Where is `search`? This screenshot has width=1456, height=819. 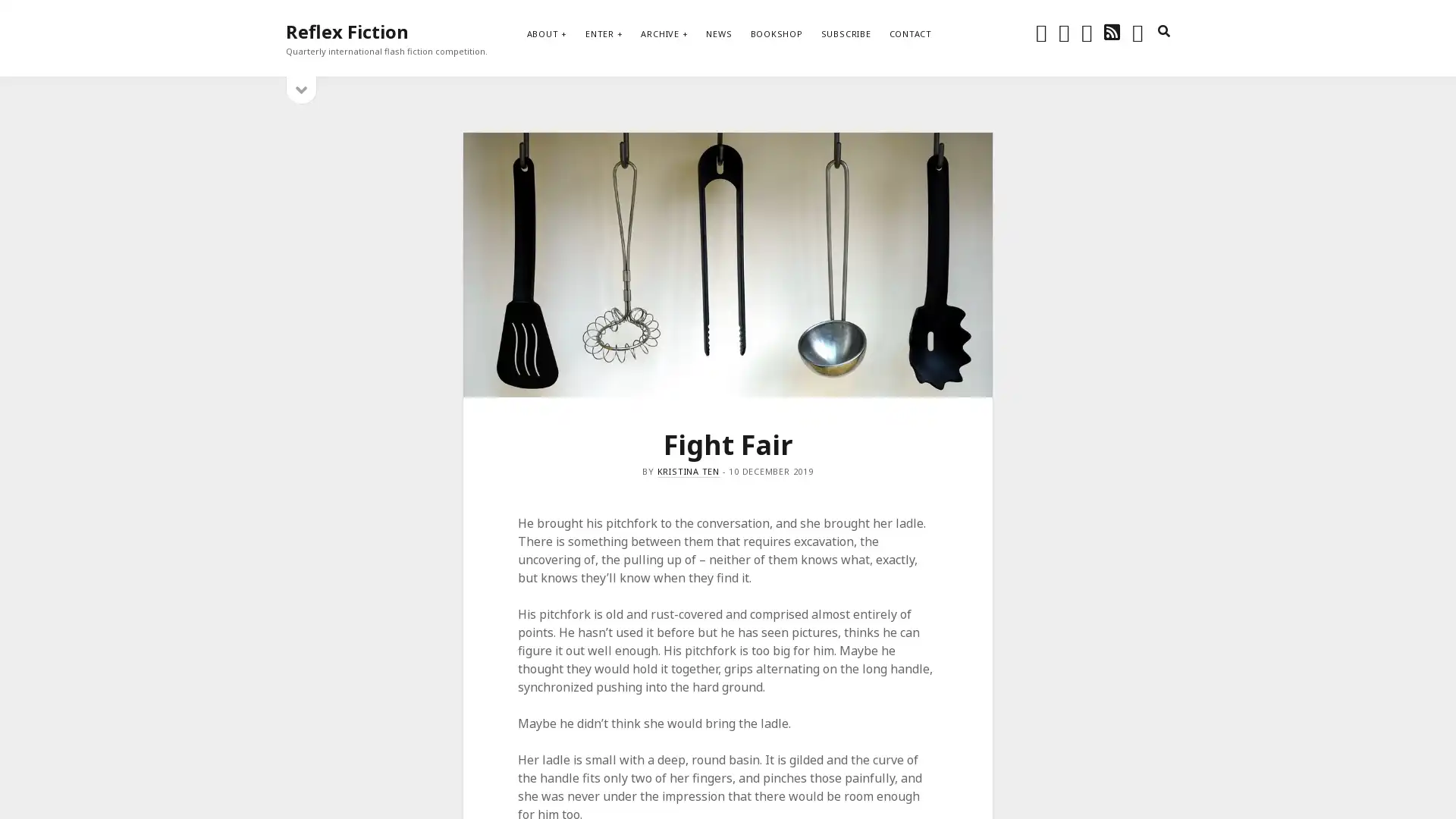
search is located at coordinates (1163, 32).